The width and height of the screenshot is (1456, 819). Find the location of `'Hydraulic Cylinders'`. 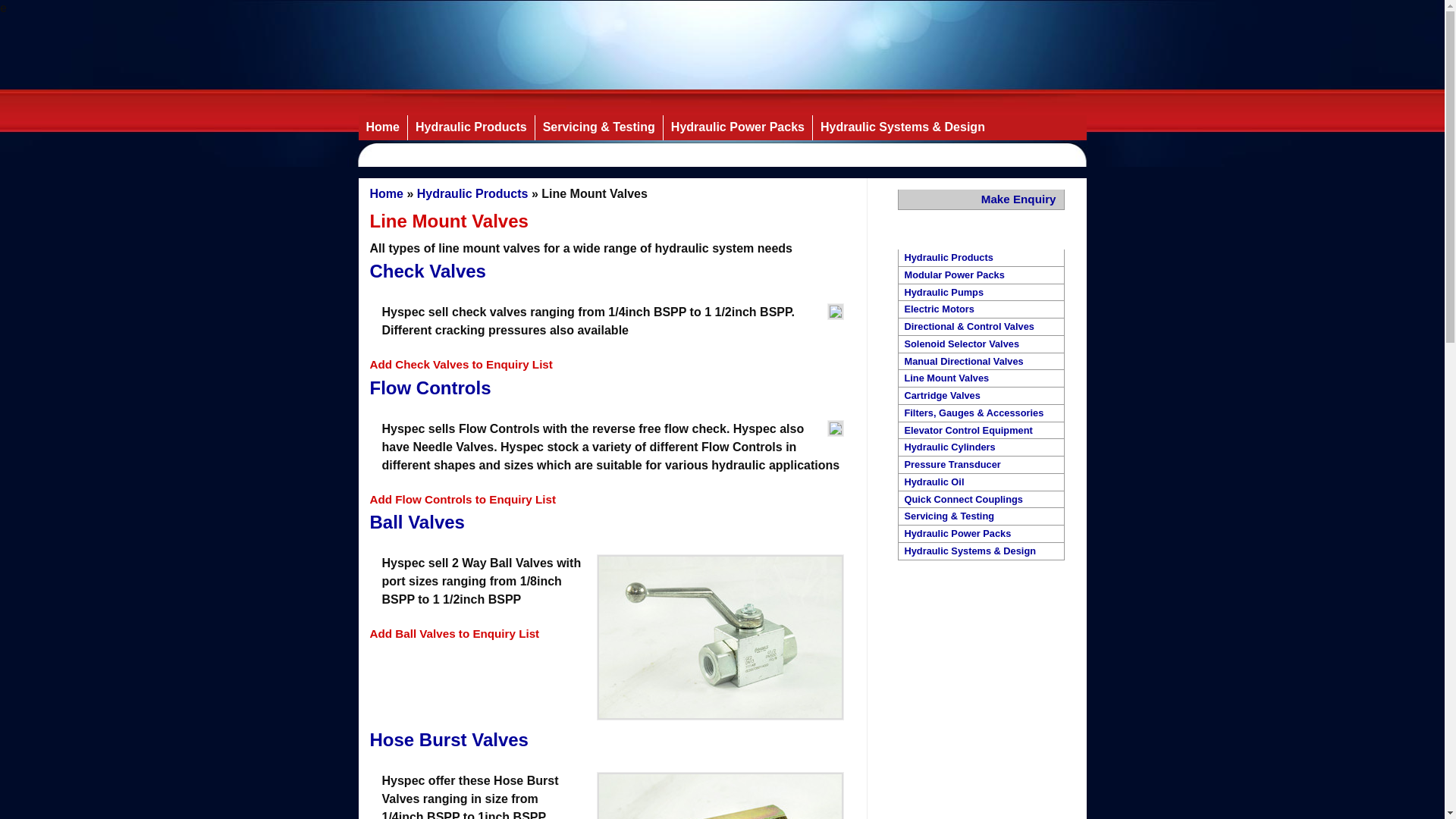

'Hydraulic Cylinders' is located at coordinates (898, 447).